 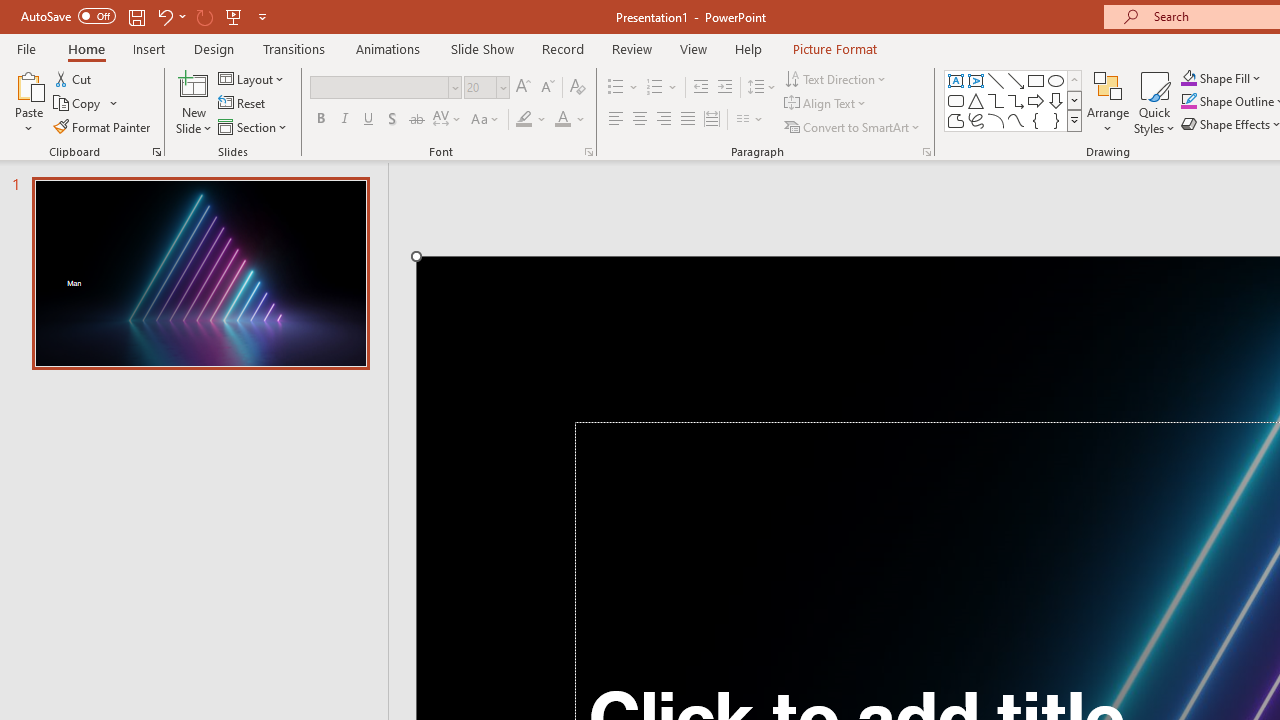 I want to click on 'Shape Outline Blue, Accent 1', so click(x=1189, y=101).